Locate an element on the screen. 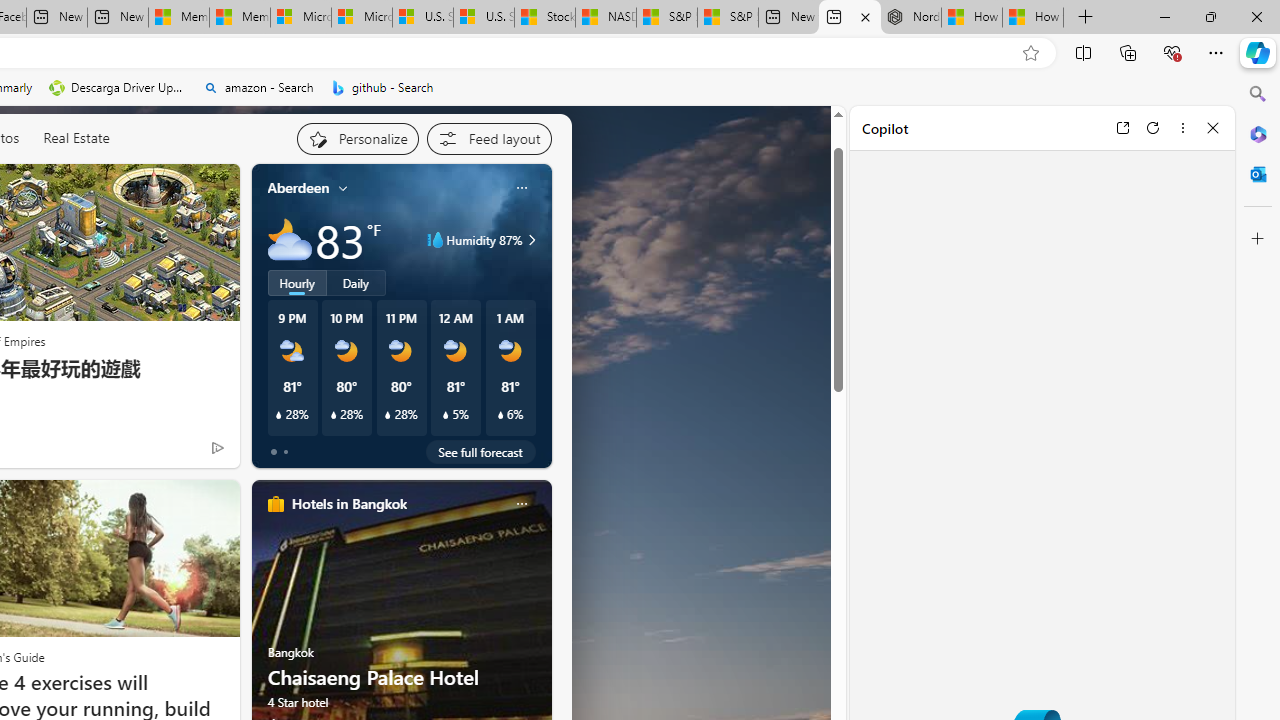  'Class: weather-arrow-glyph' is located at coordinates (531, 239).